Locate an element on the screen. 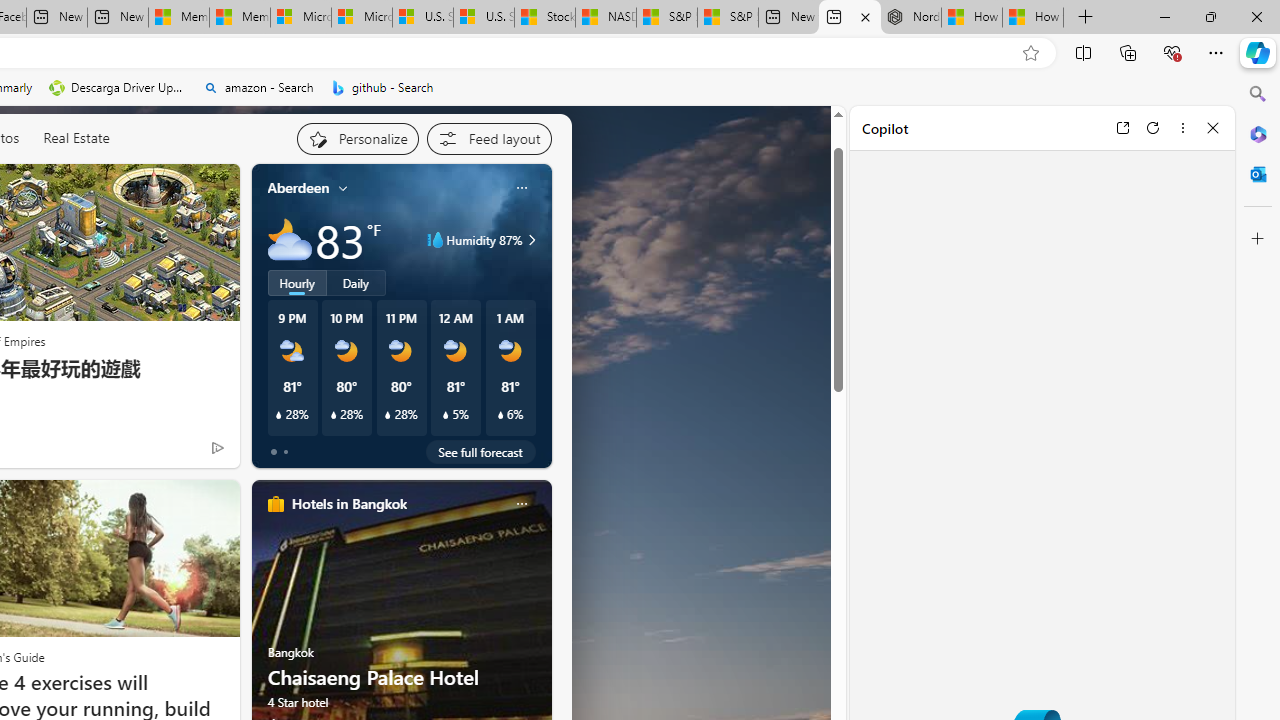  'Class: weather-arrow-glyph' is located at coordinates (531, 239).